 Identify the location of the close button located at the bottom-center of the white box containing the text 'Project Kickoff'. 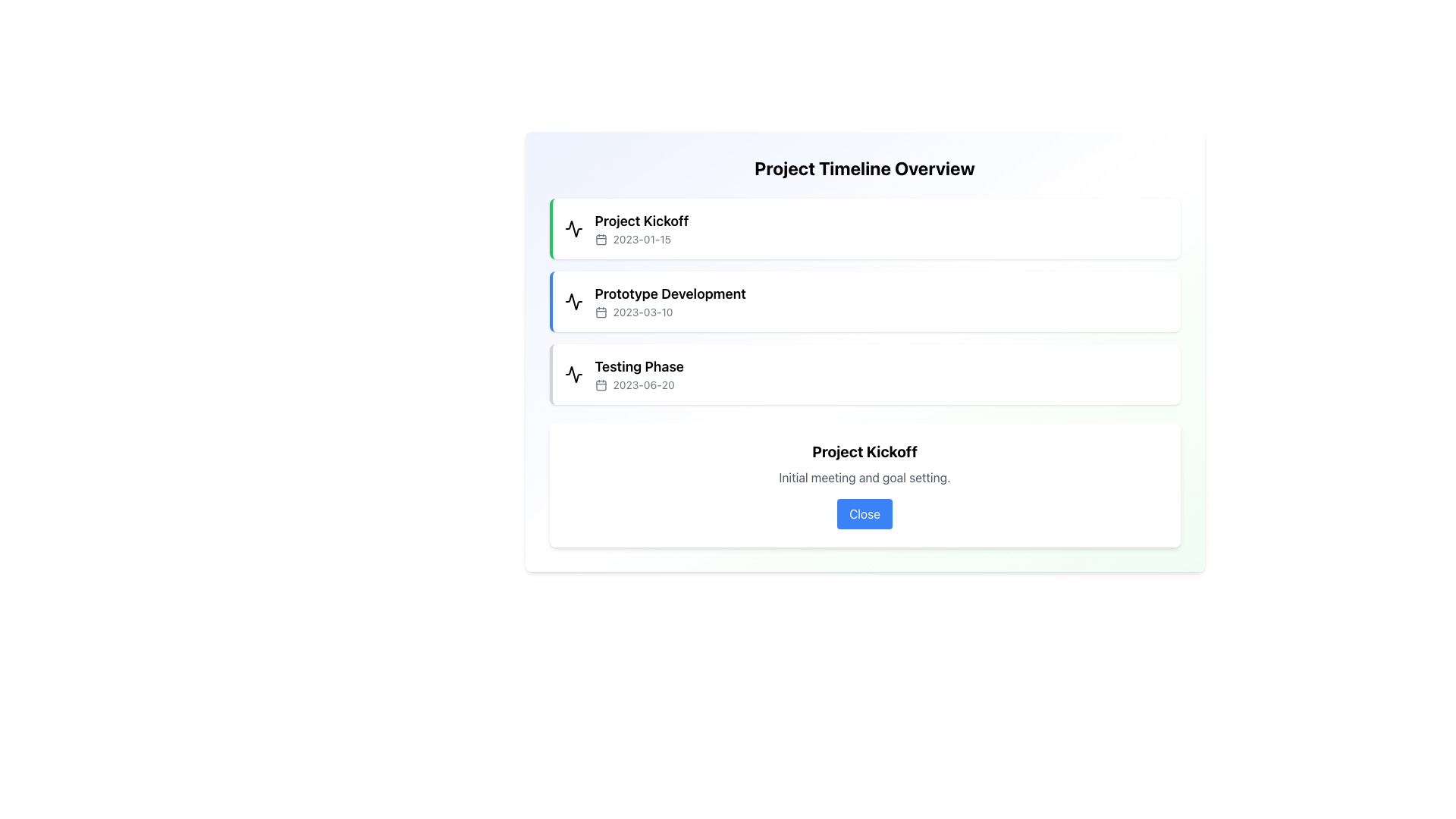
(864, 513).